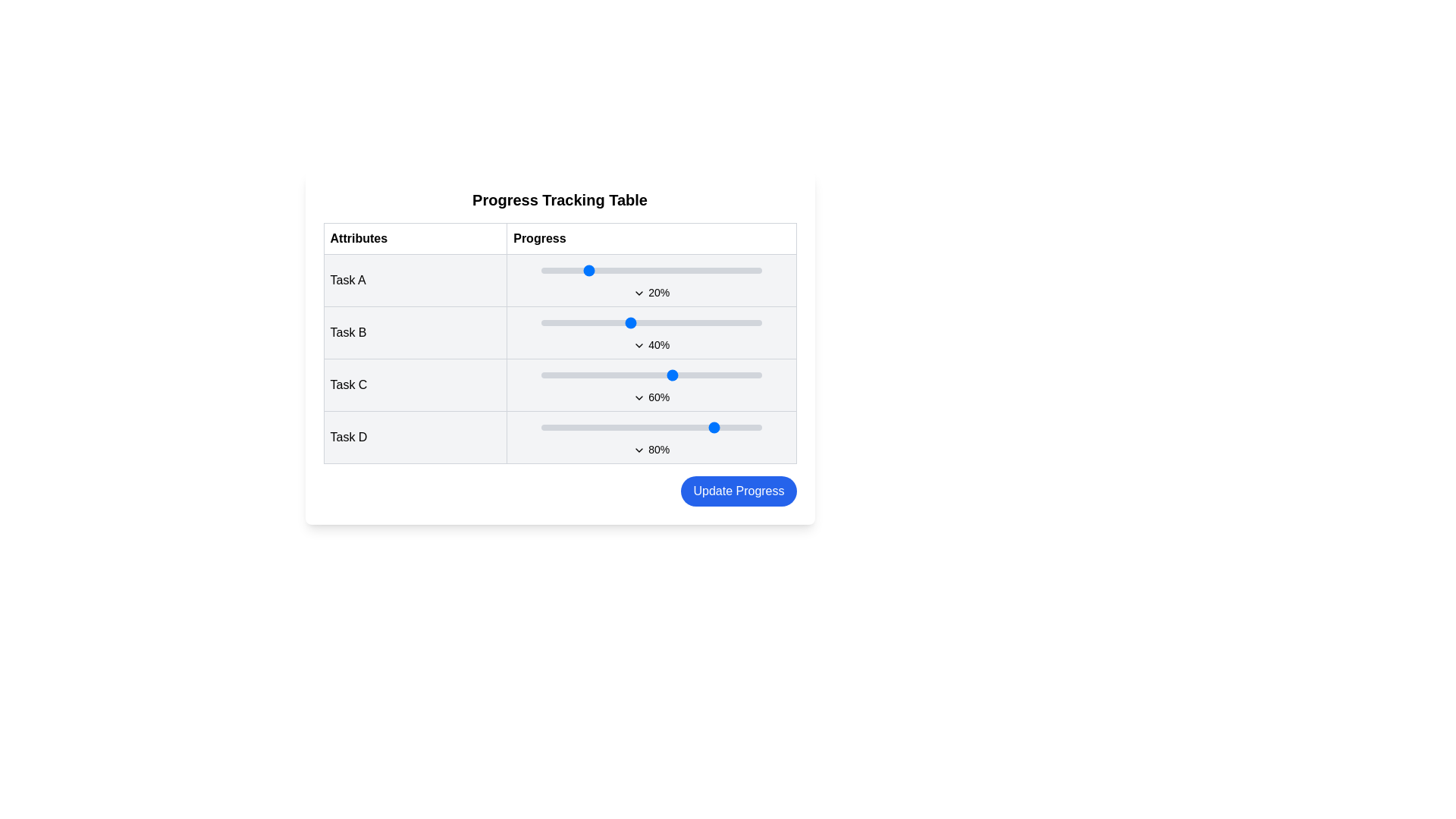  Describe the element at coordinates (651, 322) in the screenshot. I see `the progress of Task B` at that location.